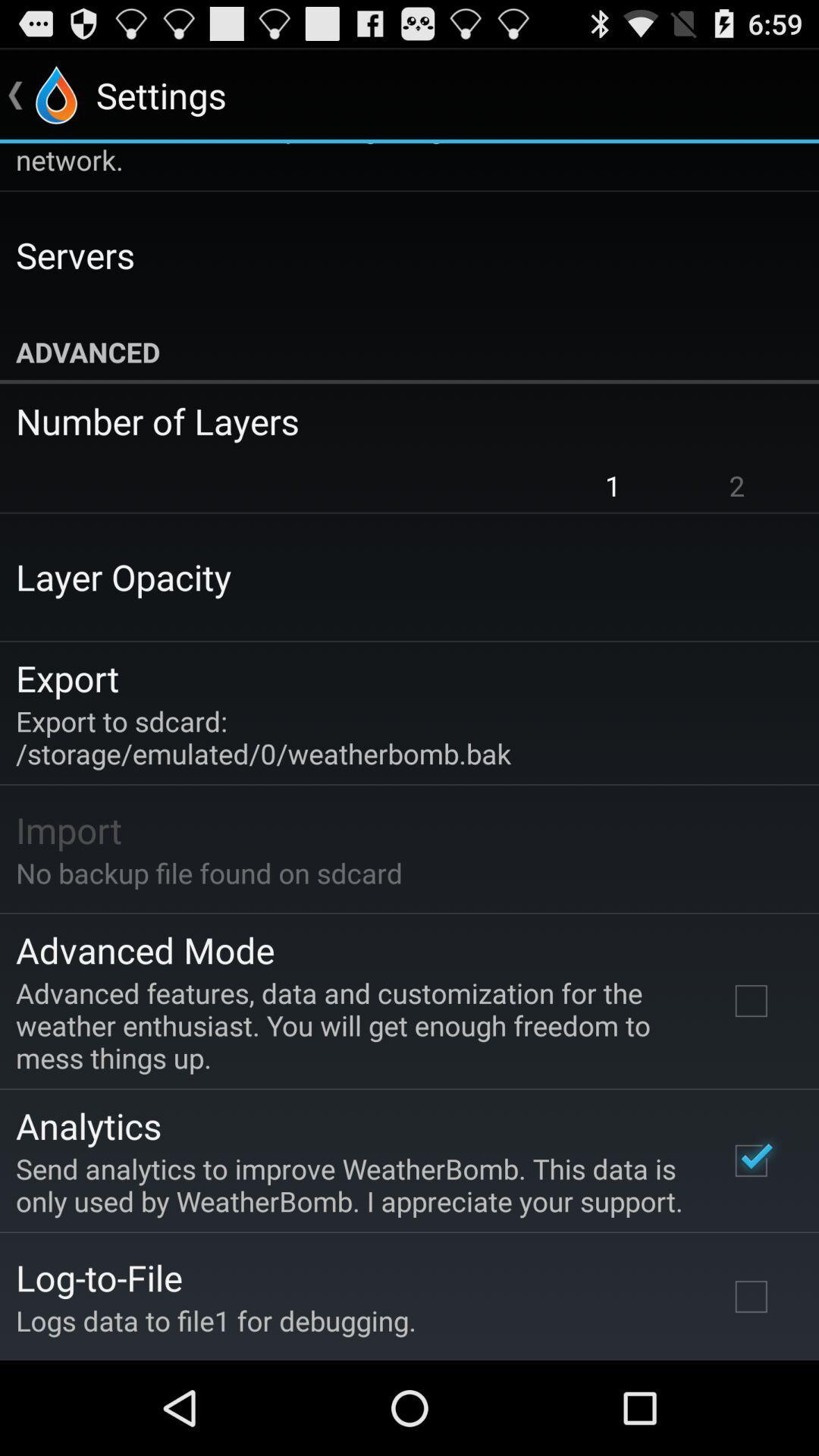 The image size is (819, 1456). I want to click on no backup file, so click(209, 873).